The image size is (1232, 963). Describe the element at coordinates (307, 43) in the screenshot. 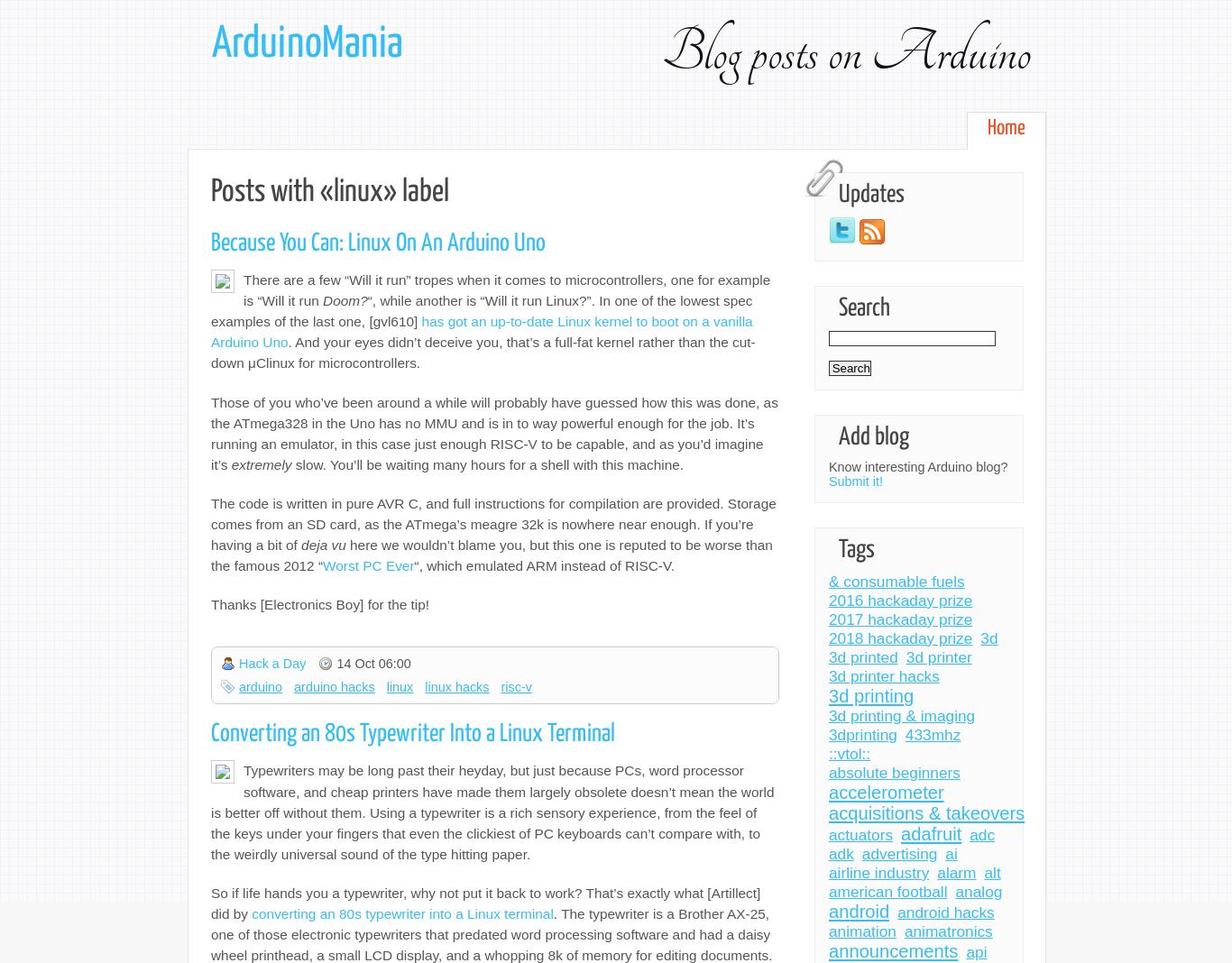

I see `'ArduinoMania'` at that location.